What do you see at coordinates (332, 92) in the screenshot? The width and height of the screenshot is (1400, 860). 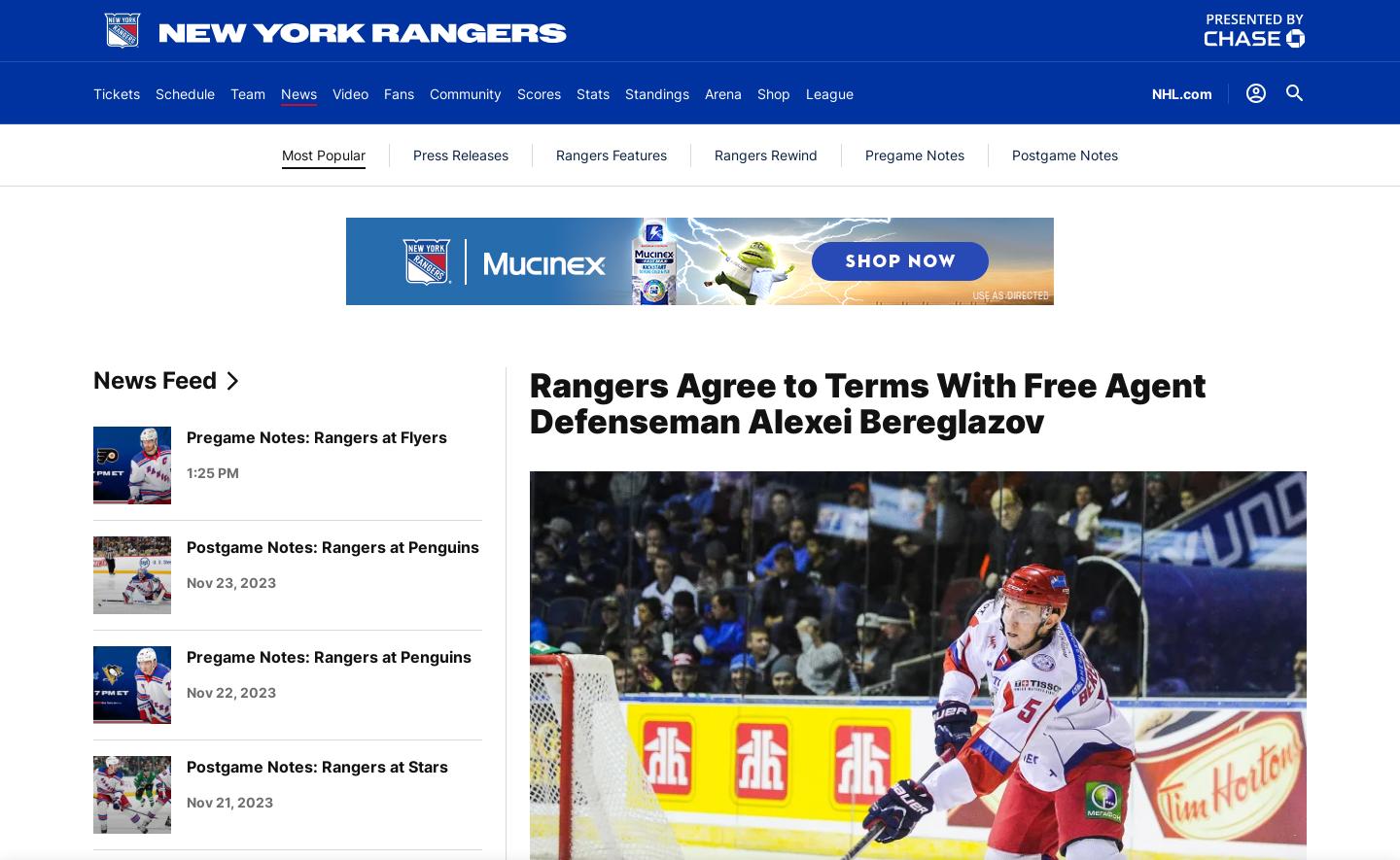 I see `'Video'` at bounding box center [332, 92].